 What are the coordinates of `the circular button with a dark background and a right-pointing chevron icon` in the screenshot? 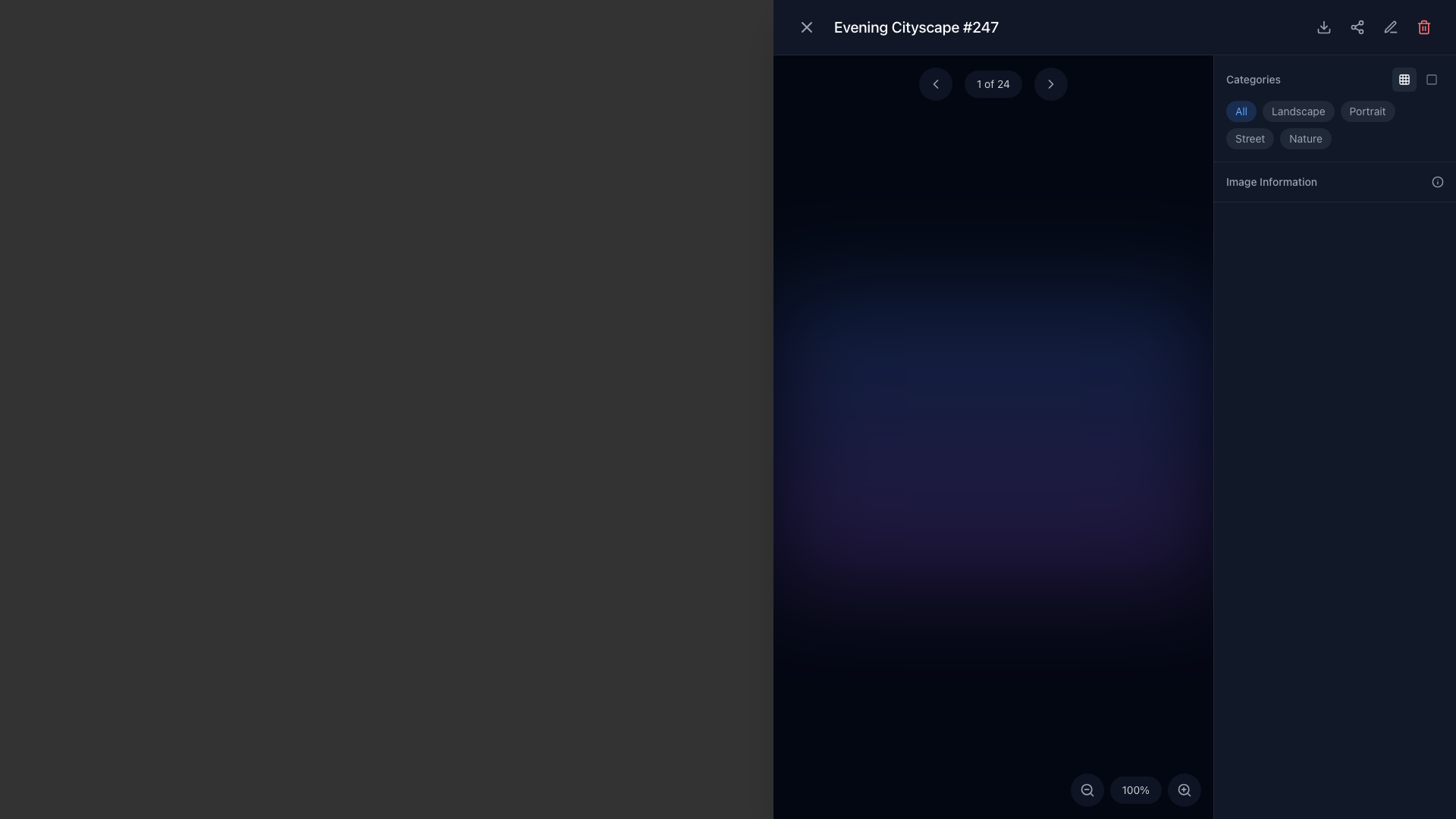 It's located at (1050, 84).